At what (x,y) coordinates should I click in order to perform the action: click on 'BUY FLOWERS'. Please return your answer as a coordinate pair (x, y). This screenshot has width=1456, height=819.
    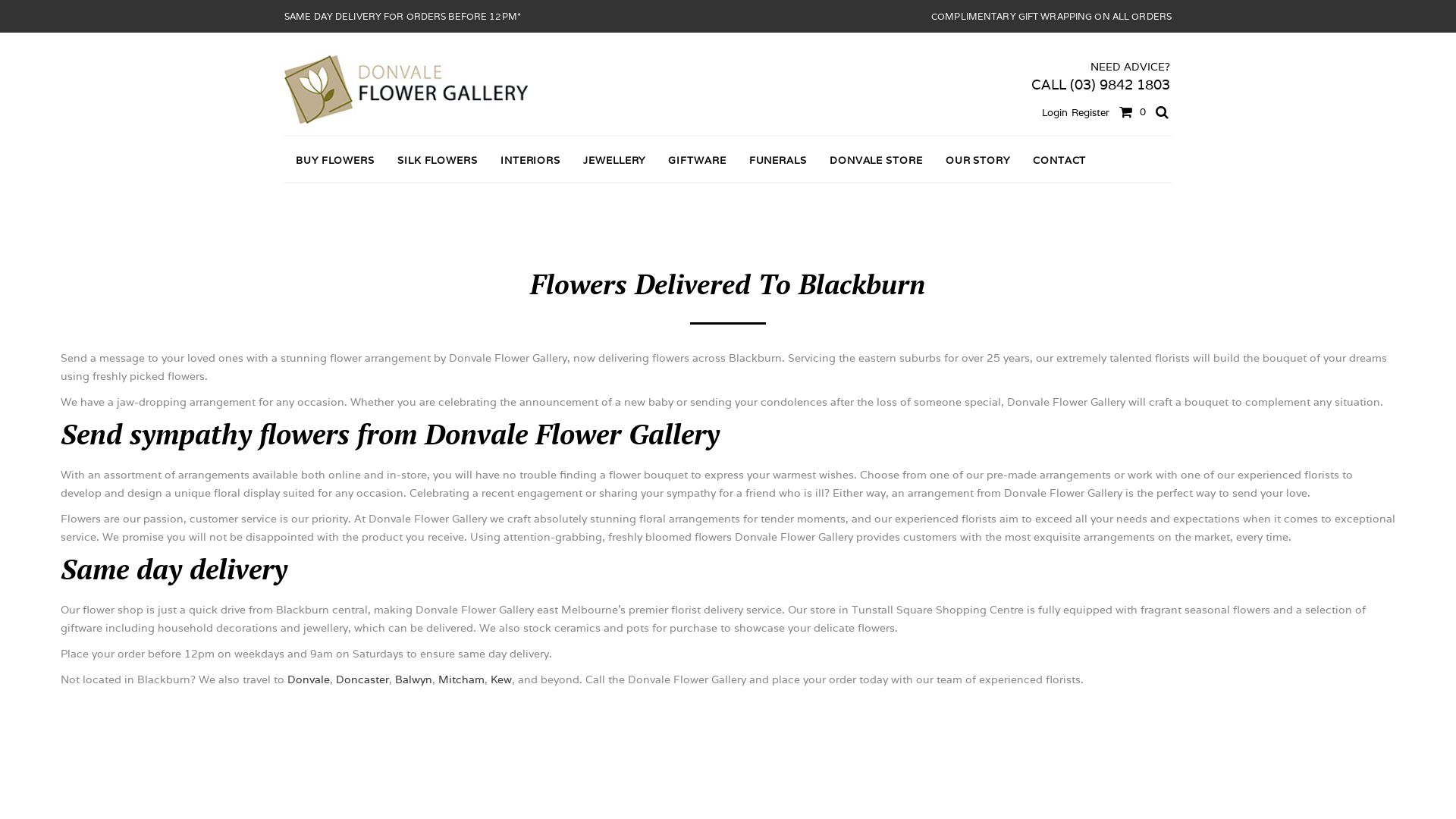
    Looking at the image, I should click on (334, 160).